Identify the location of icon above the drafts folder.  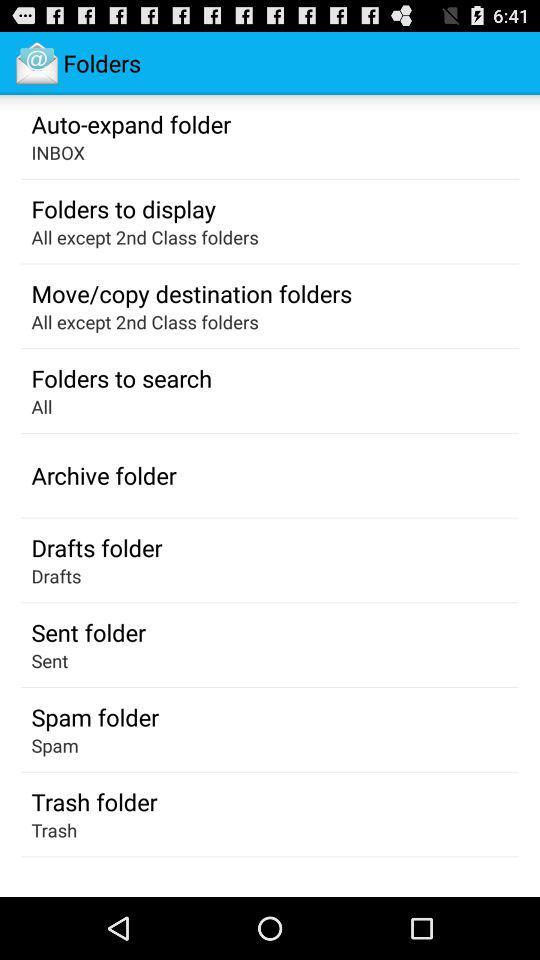
(104, 475).